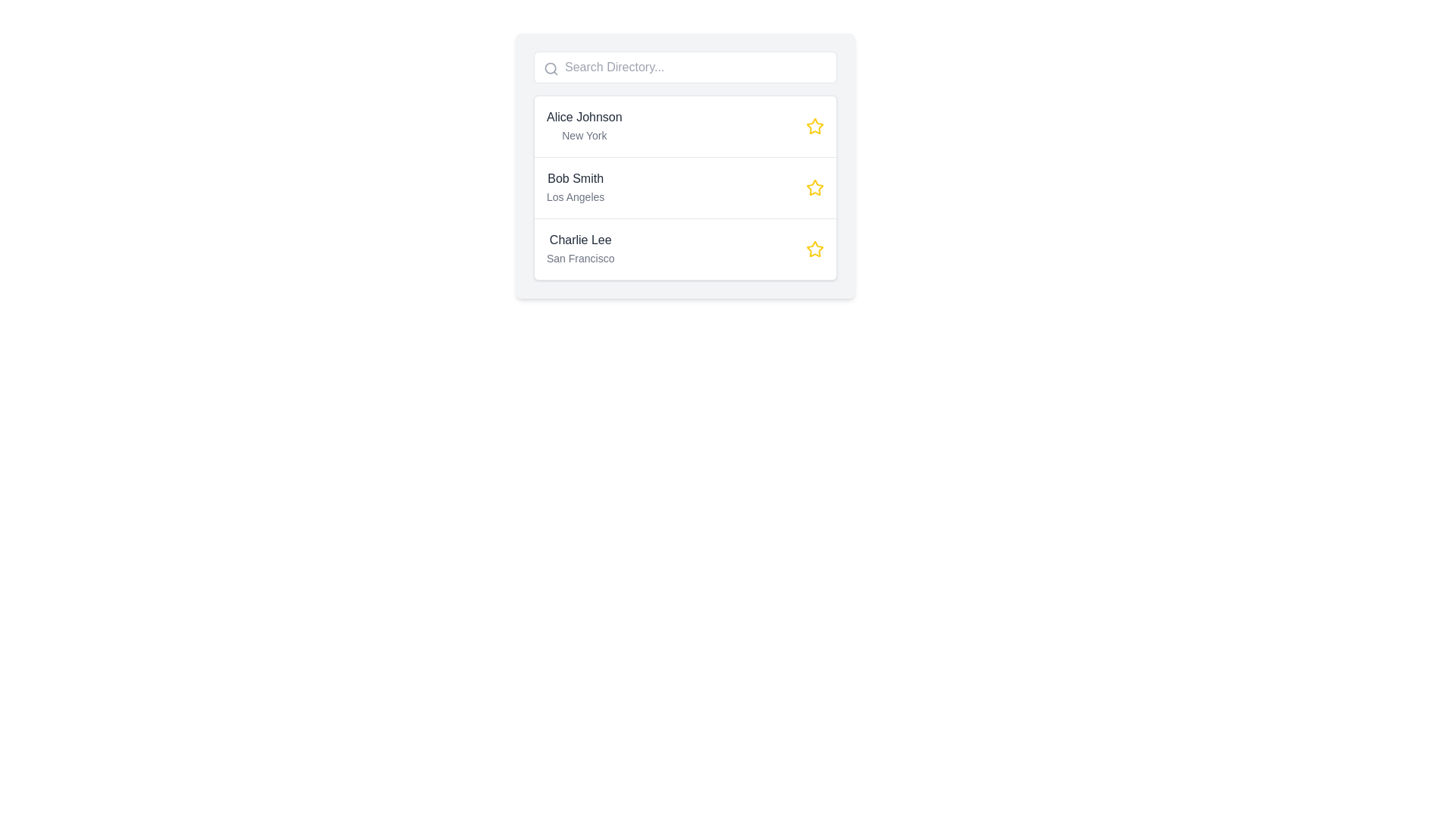 This screenshot has height=819, width=1456. Describe the element at coordinates (550, 69) in the screenshot. I see `the magnifying glass icon, which is styled as part of a search component and positioned to the left of the search input field` at that location.